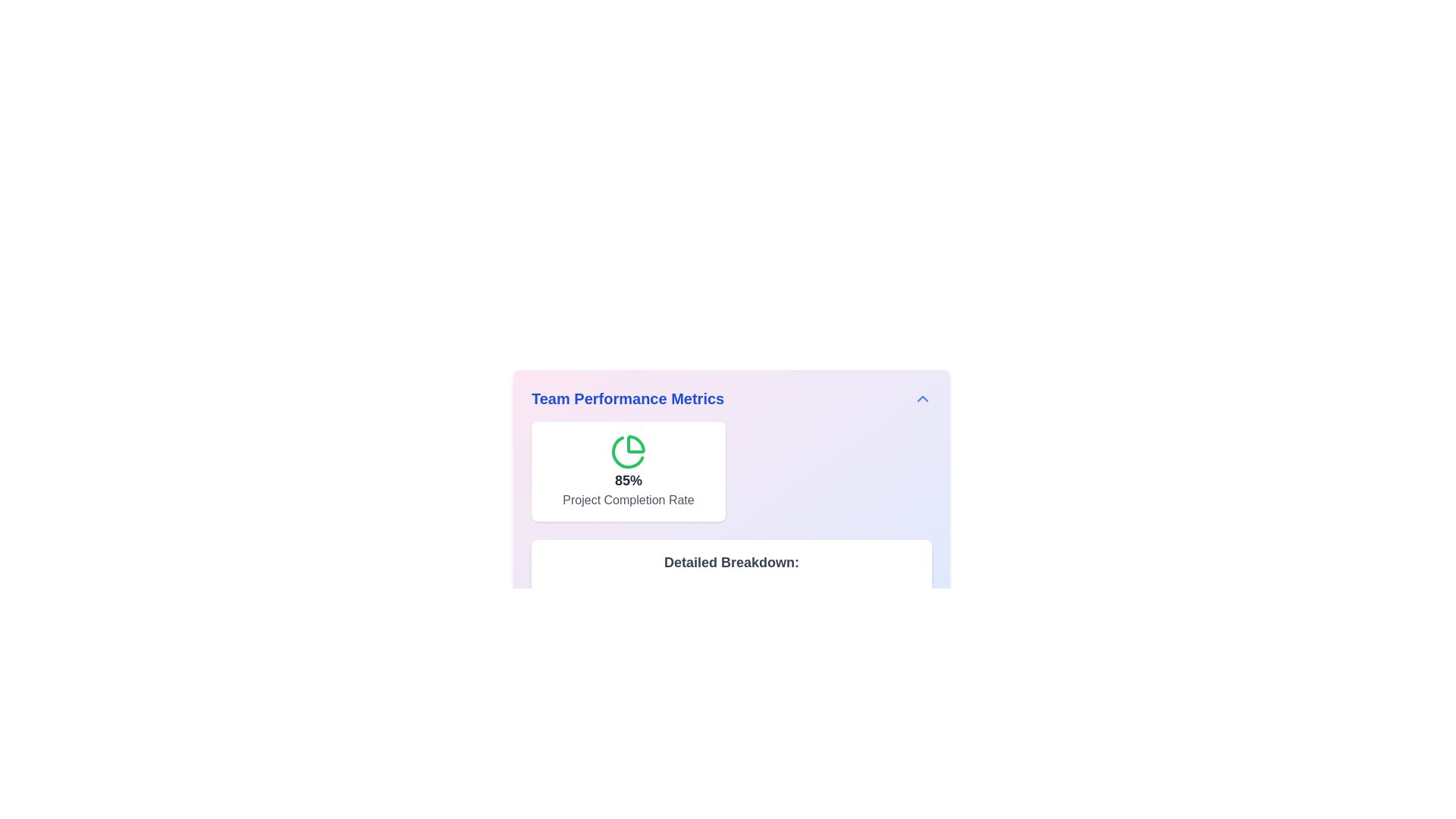  I want to click on the Text Label that describes the project completion rate ('85%') within the 'Team Performance Metrics' card layout, so click(629, 500).